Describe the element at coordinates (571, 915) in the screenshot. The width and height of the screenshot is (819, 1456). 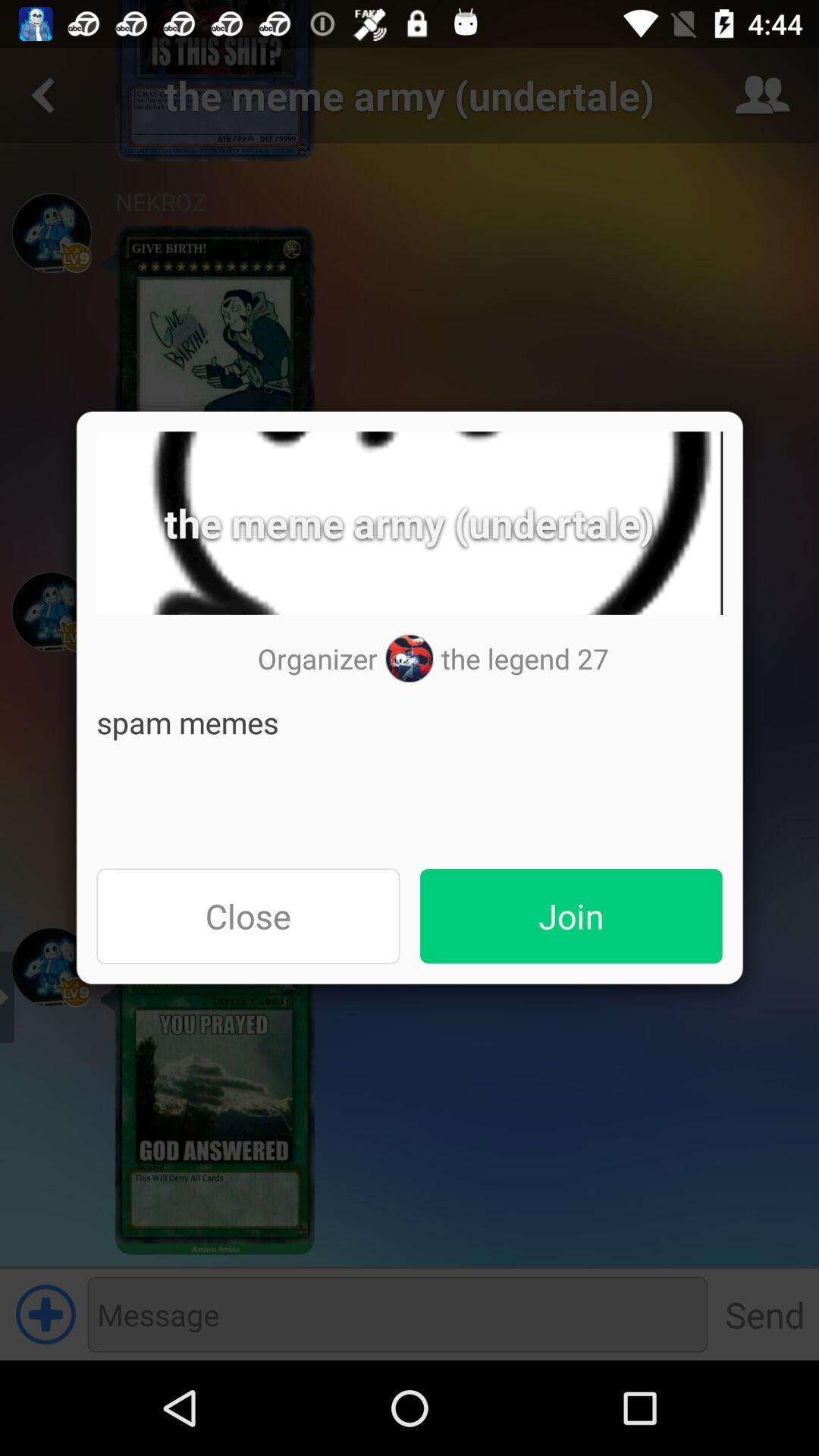
I see `the icon to the right of the close item` at that location.